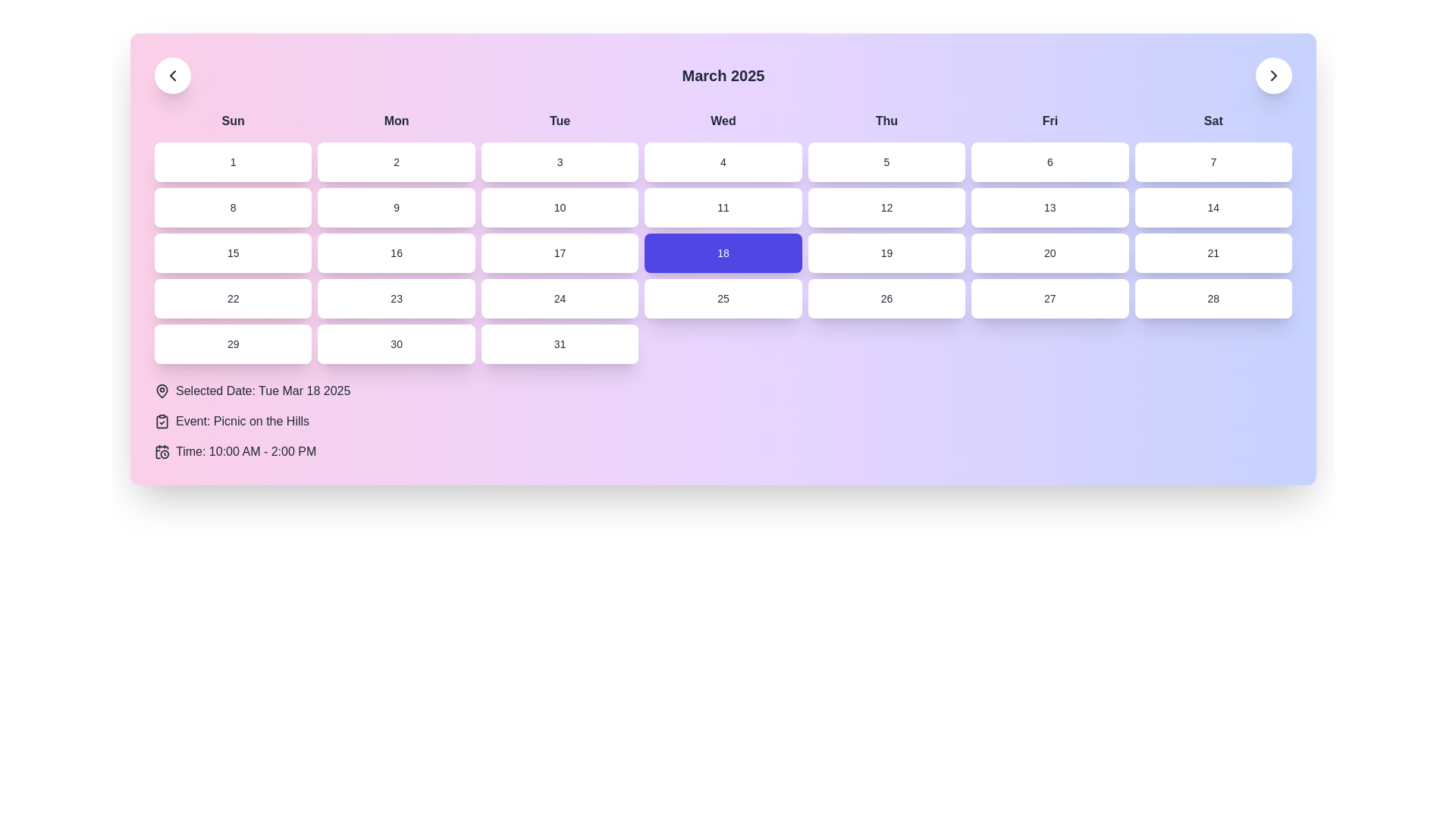  Describe the element at coordinates (1049, 253) in the screenshot. I see `the button displaying the number '20', which is part of a calendar grid layout and located in the fifth column of the third row` at that location.